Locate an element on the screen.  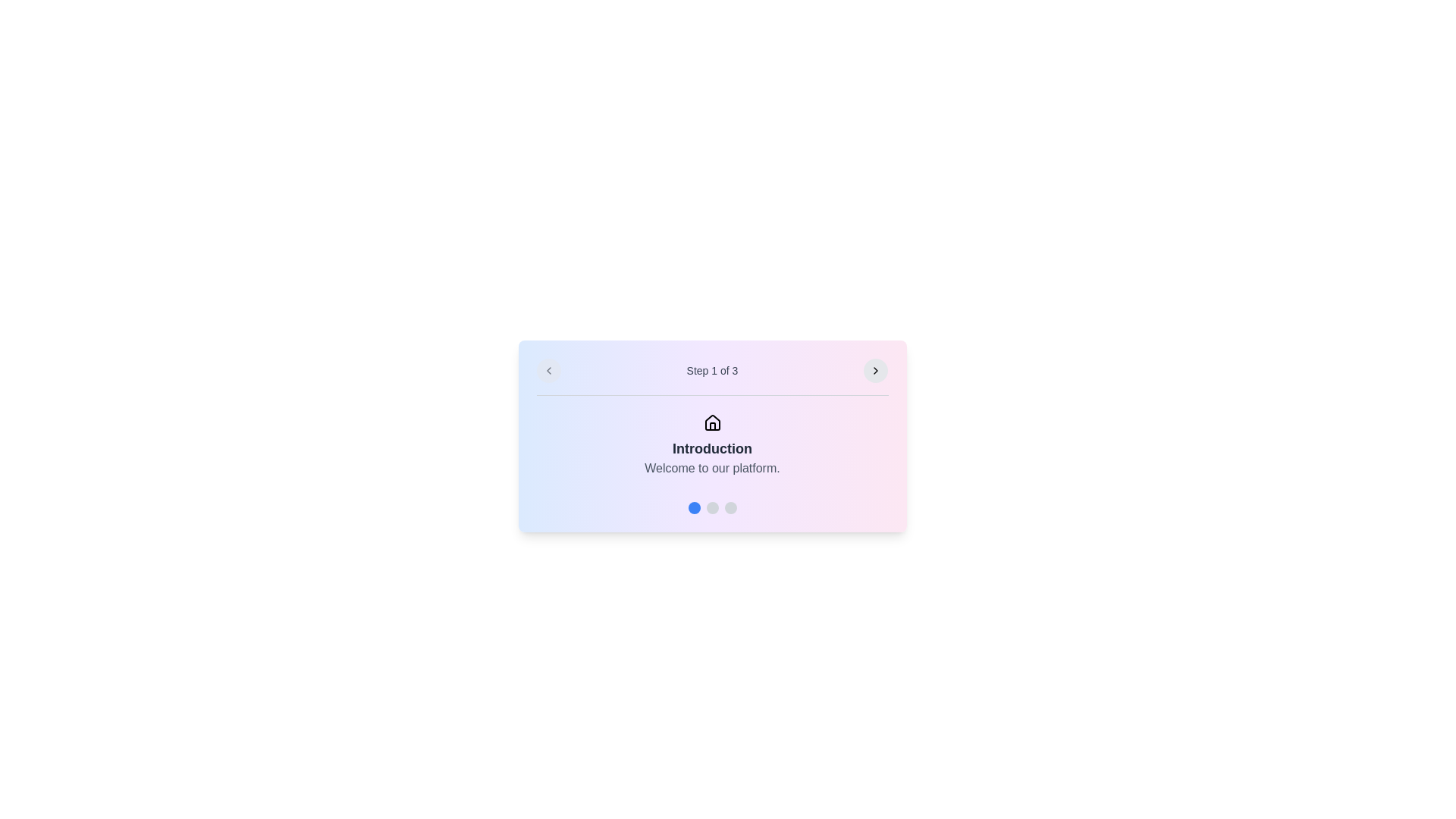
the left-pointing chevron icon button, which is styled with thin lines and has a circular light gray background, located in the top-left corner of the UI panel is located at coordinates (548, 371).